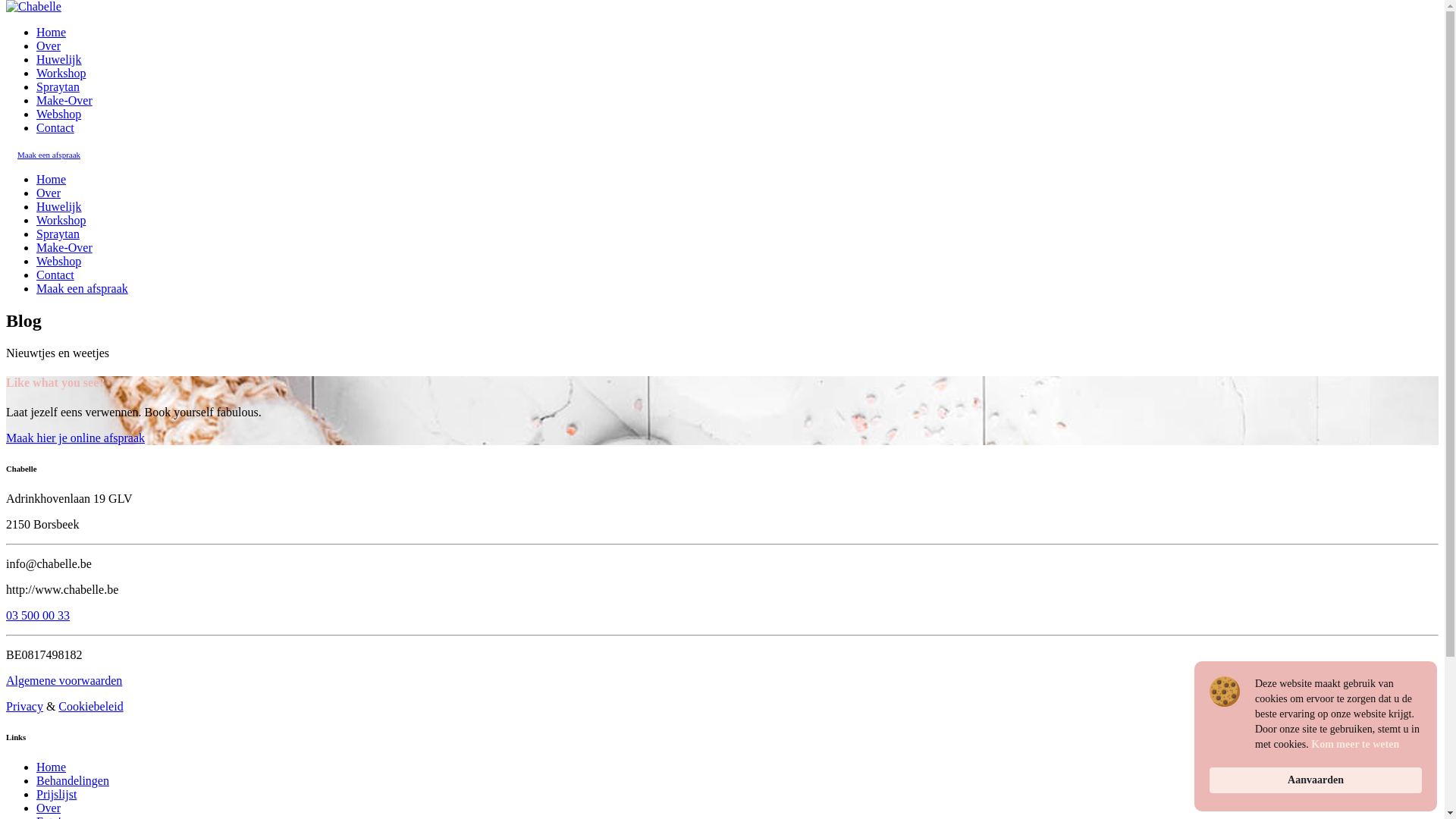  Describe the element at coordinates (48, 192) in the screenshot. I see `'Over'` at that location.